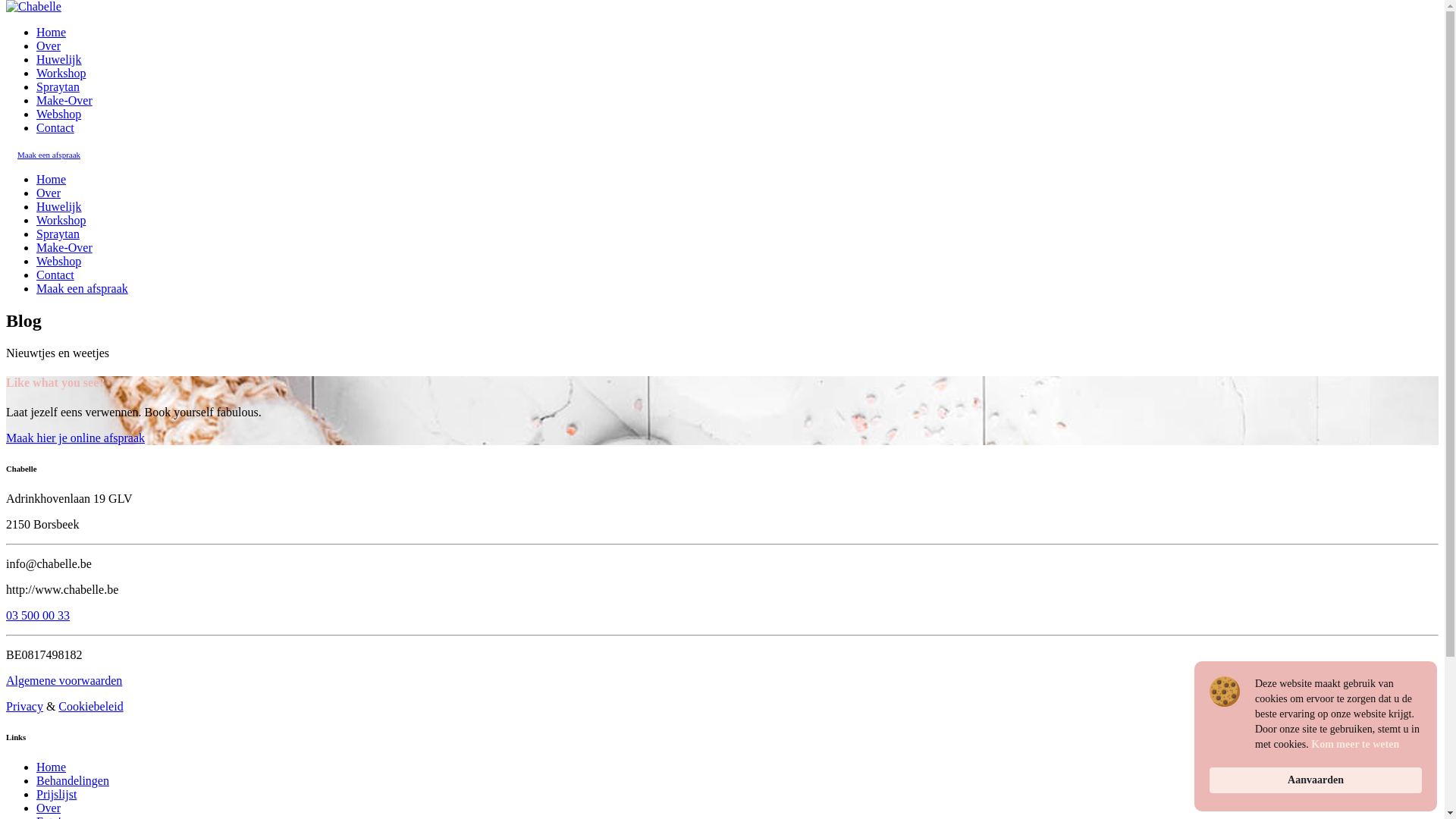  Describe the element at coordinates (48, 192) in the screenshot. I see `'Over'` at that location.